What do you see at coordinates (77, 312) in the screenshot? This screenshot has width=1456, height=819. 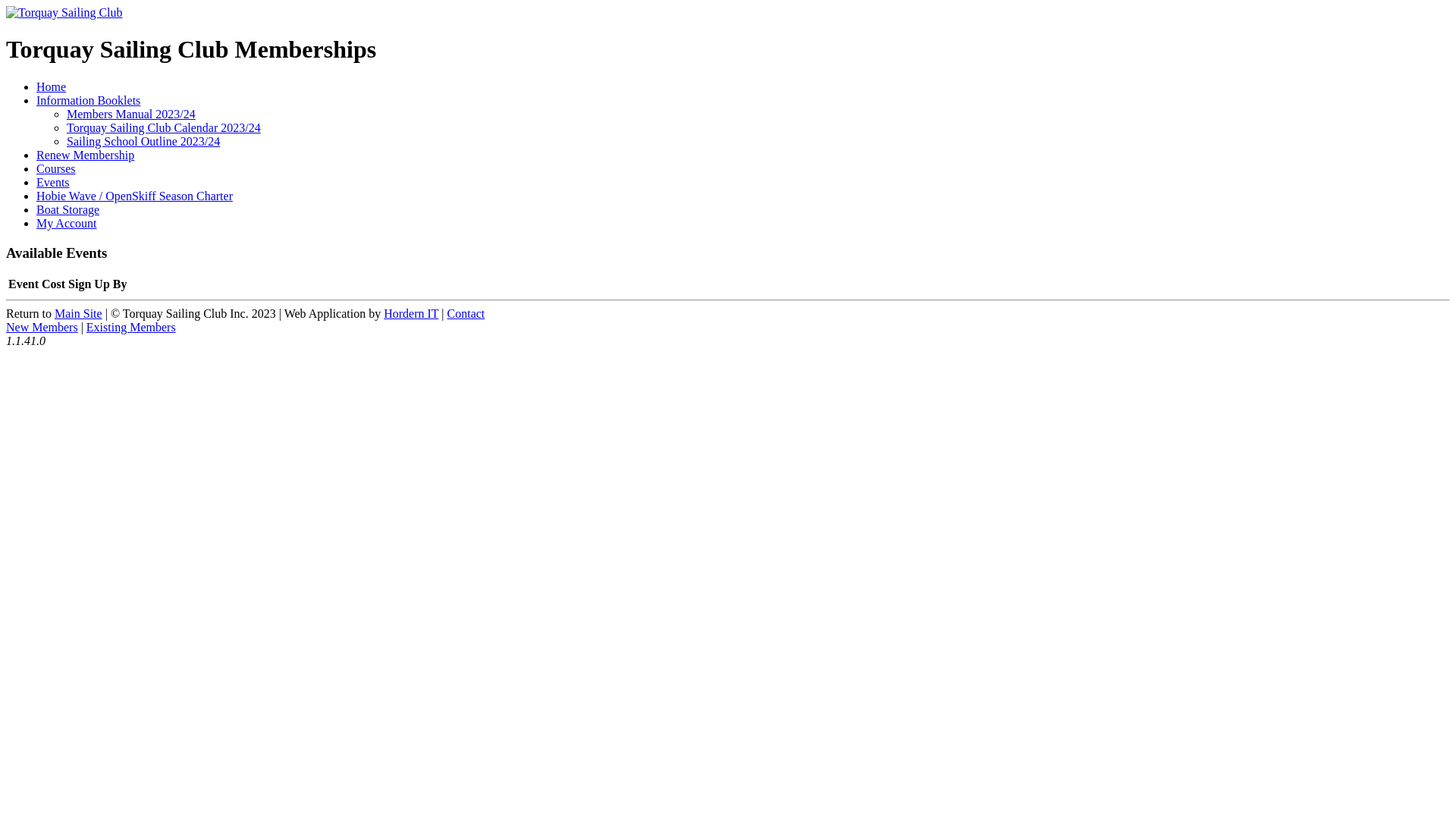 I see `'Main Site'` at bounding box center [77, 312].